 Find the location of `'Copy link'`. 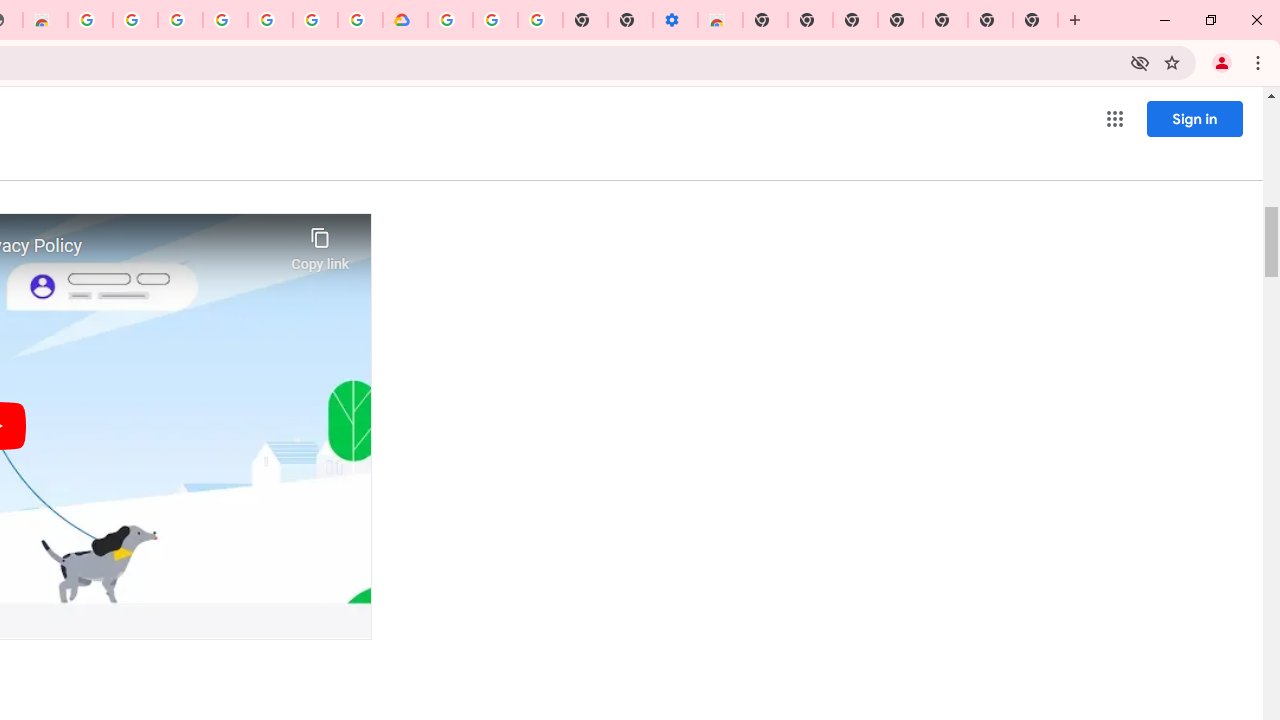

'Copy link' is located at coordinates (320, 243).